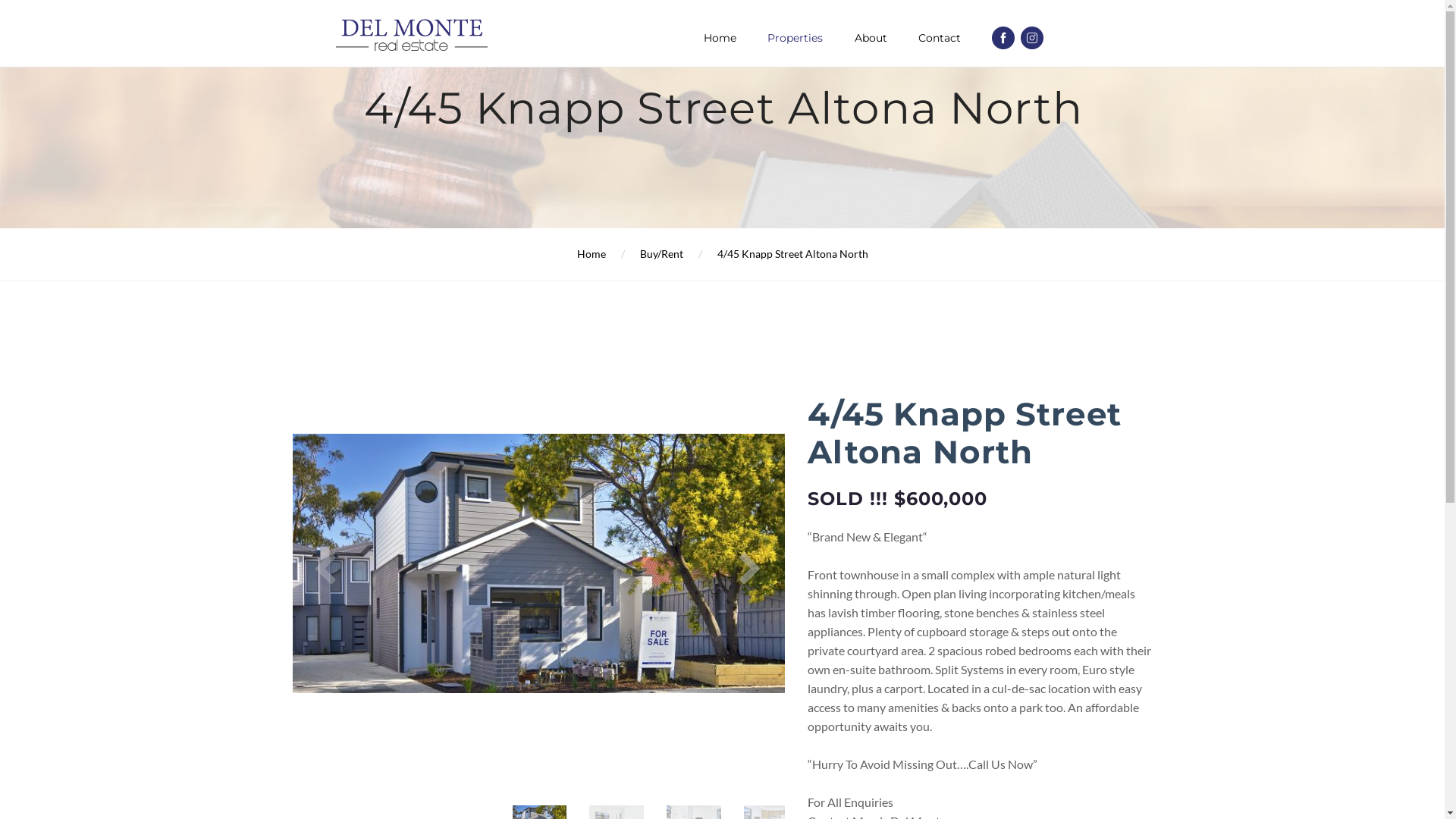  What do you see at coordinates (870, 37) in the screenshot?
I see `'About'` at bounding box center [870, 37].